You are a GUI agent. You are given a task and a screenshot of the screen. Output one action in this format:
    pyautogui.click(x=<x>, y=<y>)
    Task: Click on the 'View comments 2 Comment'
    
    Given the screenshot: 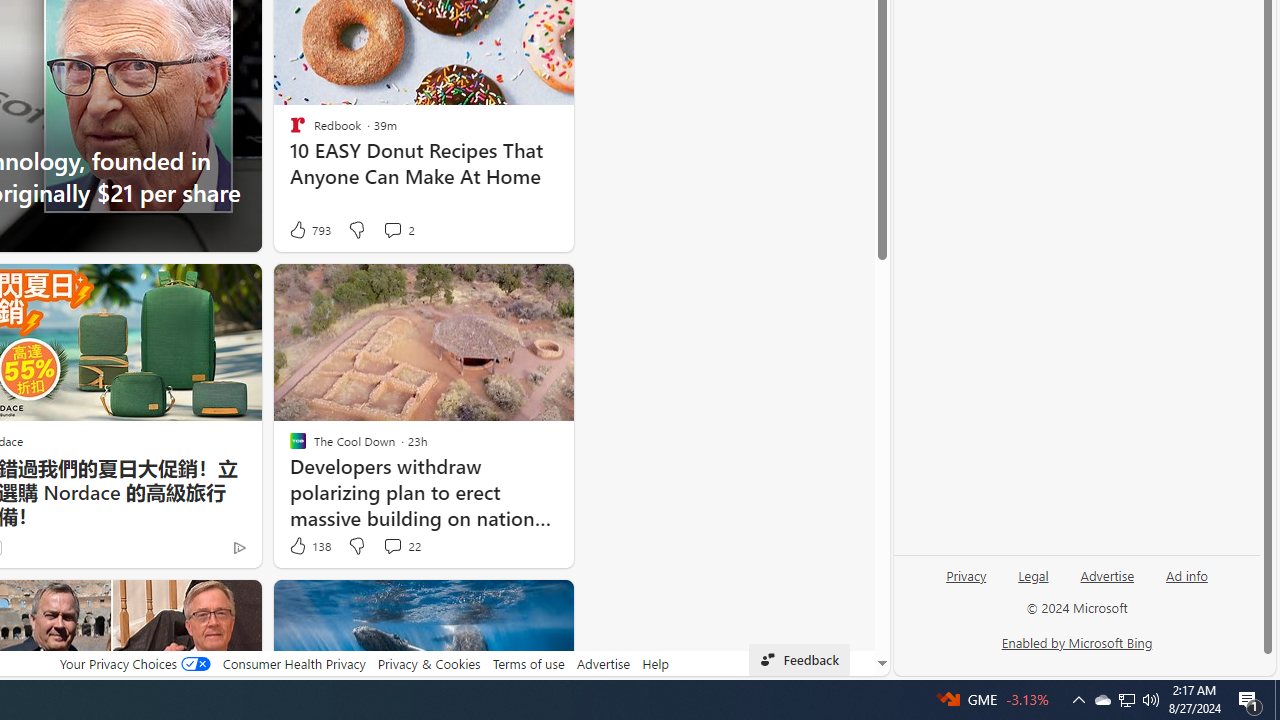 What is the action you would take?
    pyautogui.click(x=398, y=229)
    